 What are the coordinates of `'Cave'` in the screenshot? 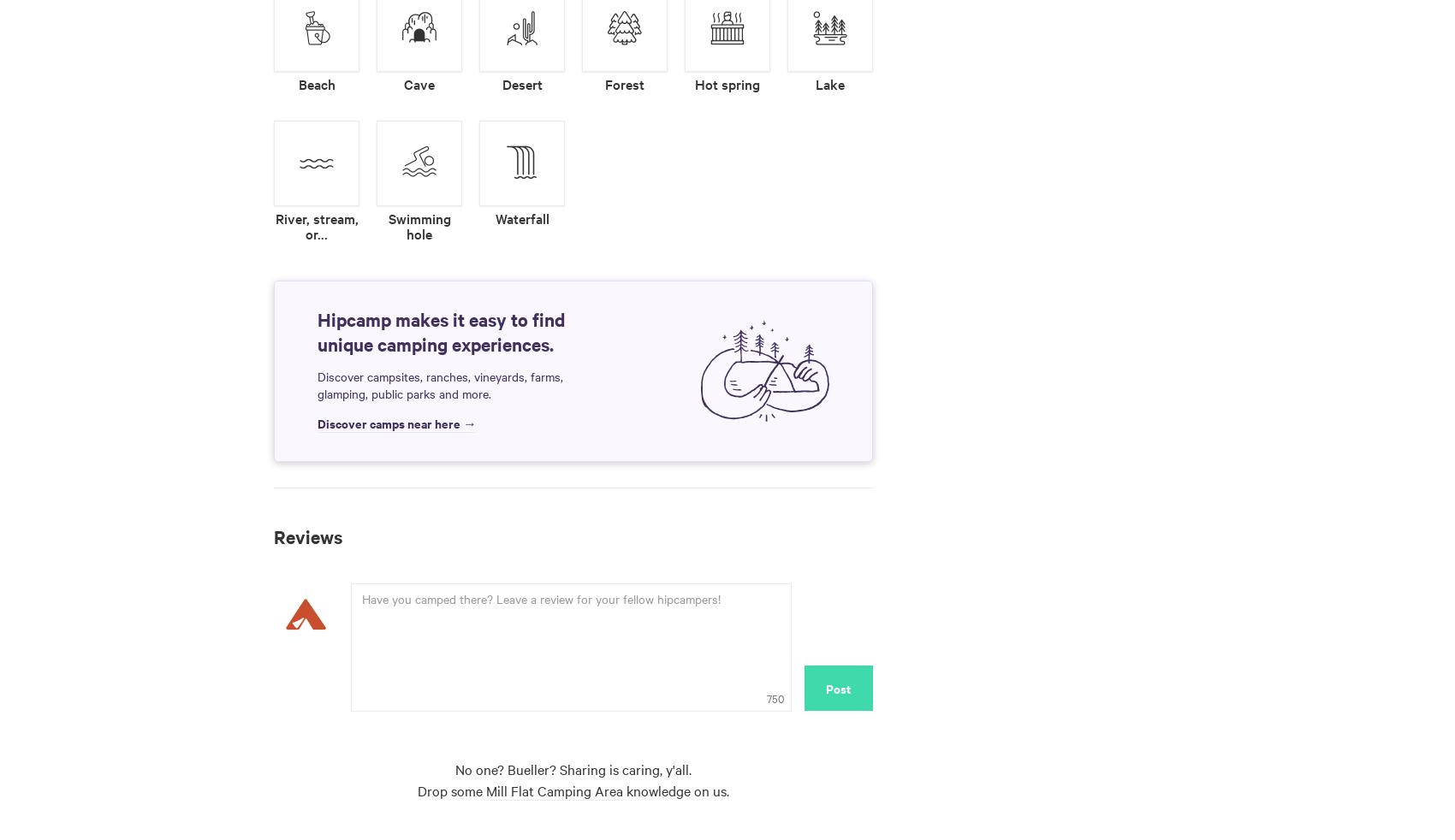 It's located at (419, 82).